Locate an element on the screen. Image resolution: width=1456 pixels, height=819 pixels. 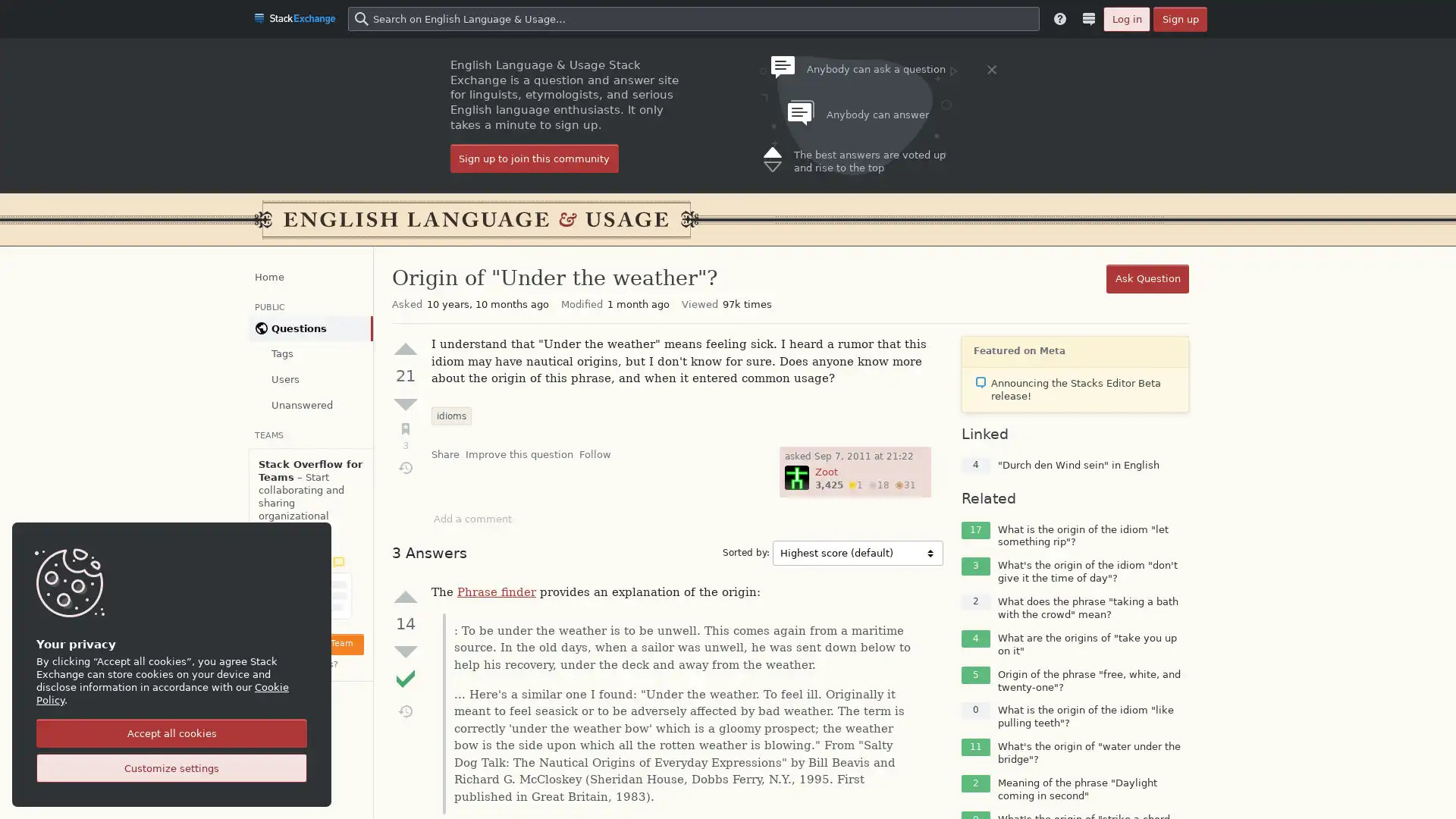
Customize settings is located at coordinates (171, 768).